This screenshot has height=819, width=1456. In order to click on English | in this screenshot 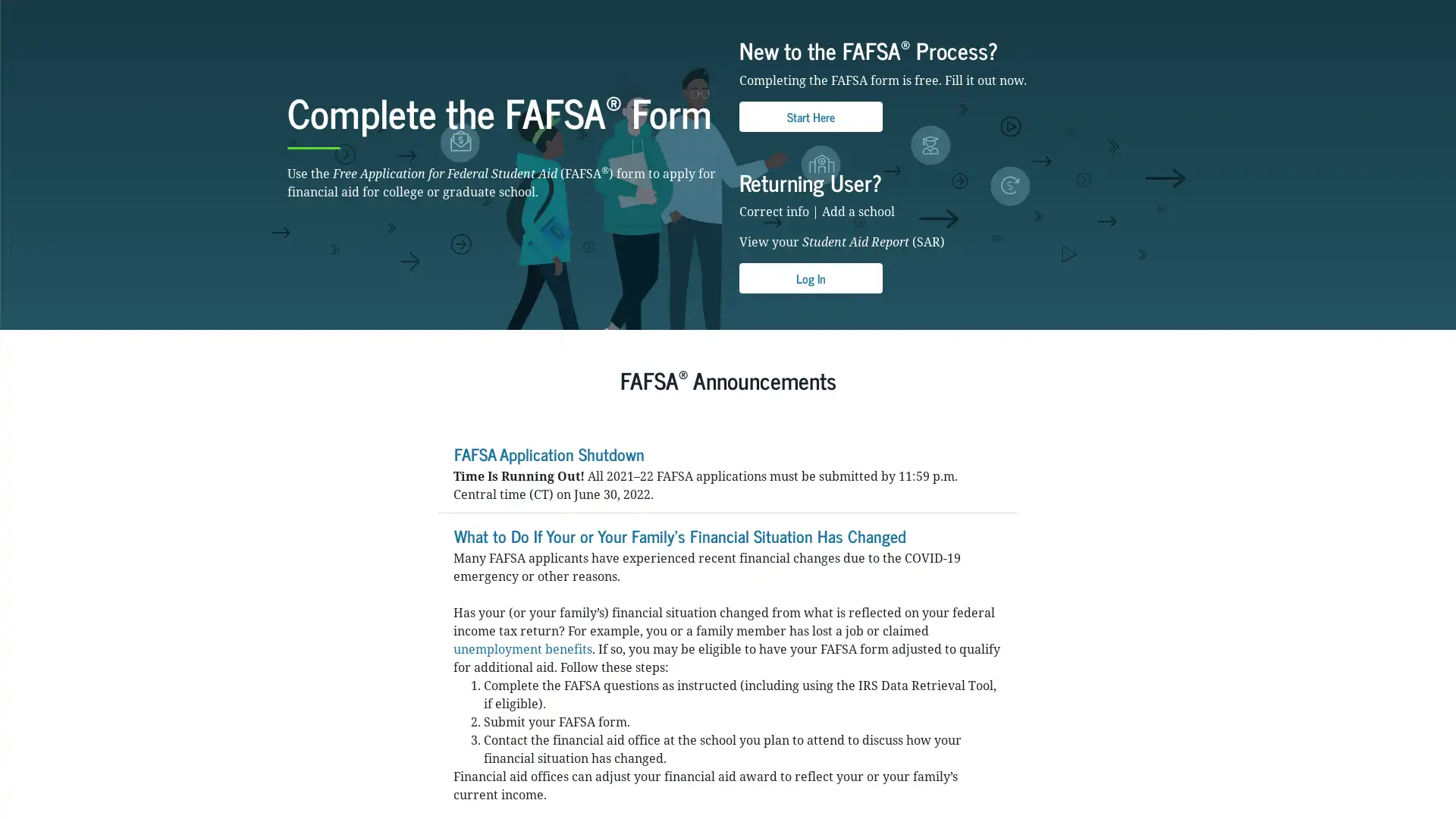, I will do `click(1117, 11)`.